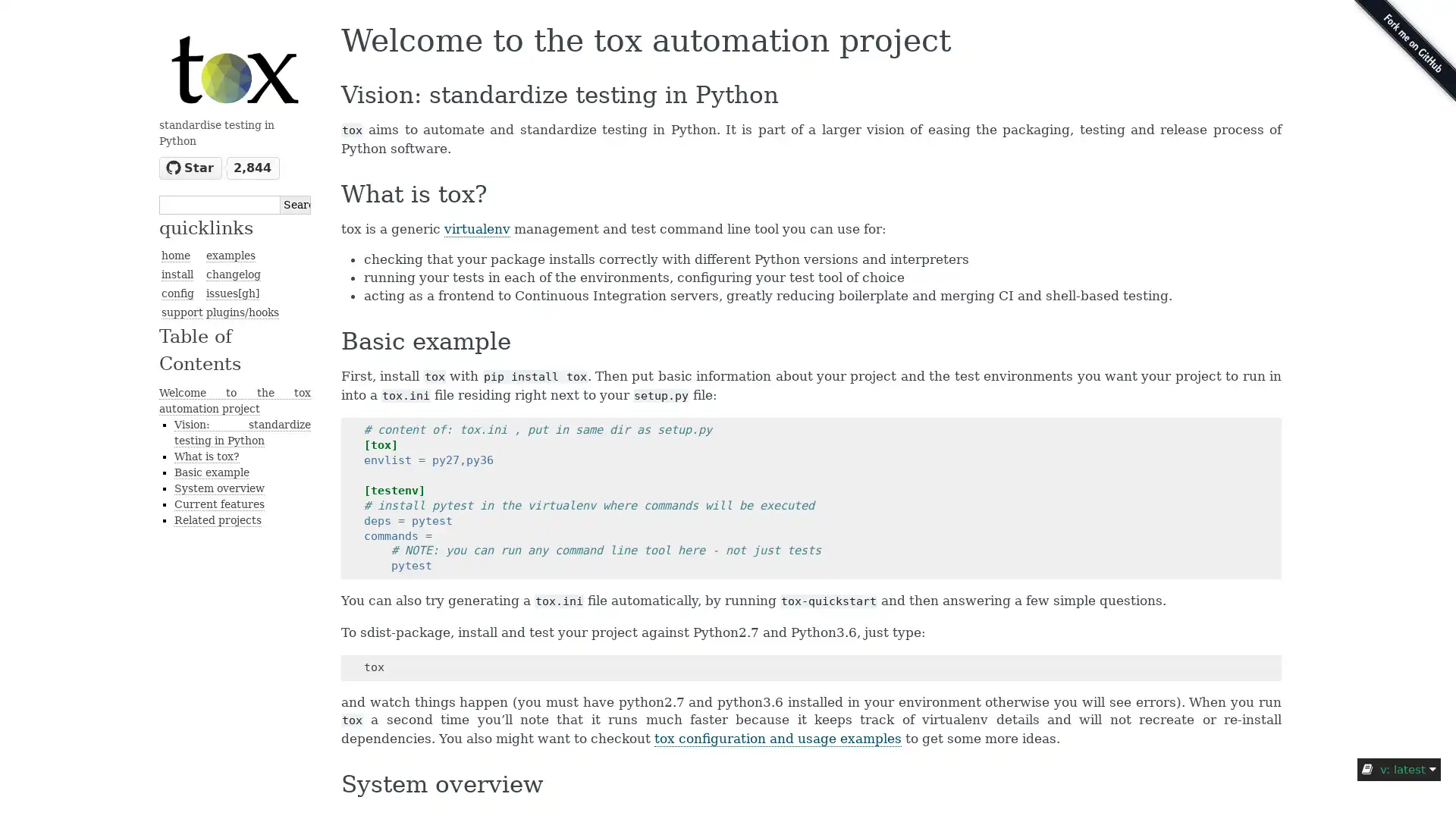  What do you see at coordinates (295, 203) in the screenshot?
I see `Search` at bounding box center [295, 203].